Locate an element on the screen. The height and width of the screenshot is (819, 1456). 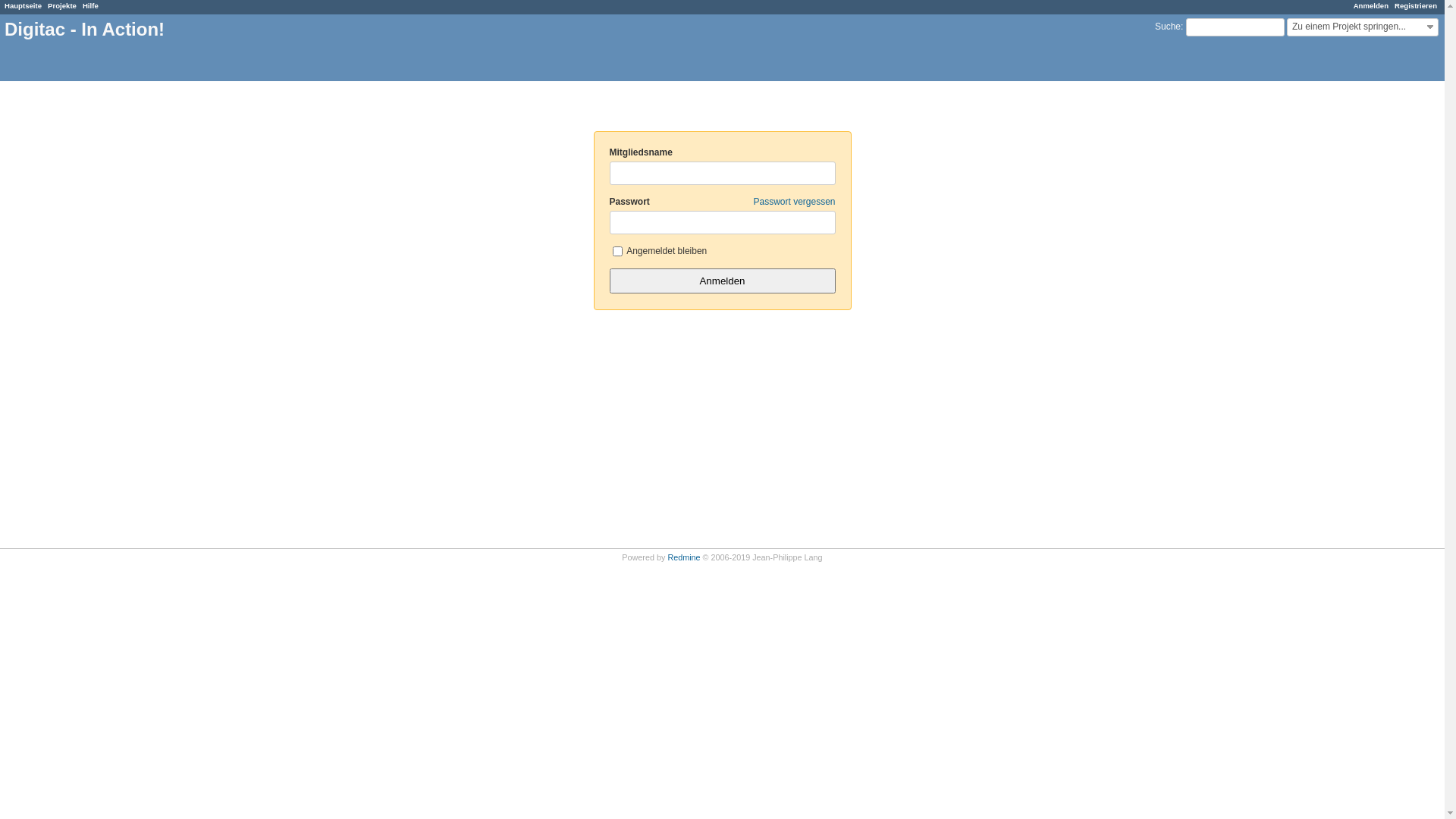
'Hauptseite' is located at coordinates (23, 5).